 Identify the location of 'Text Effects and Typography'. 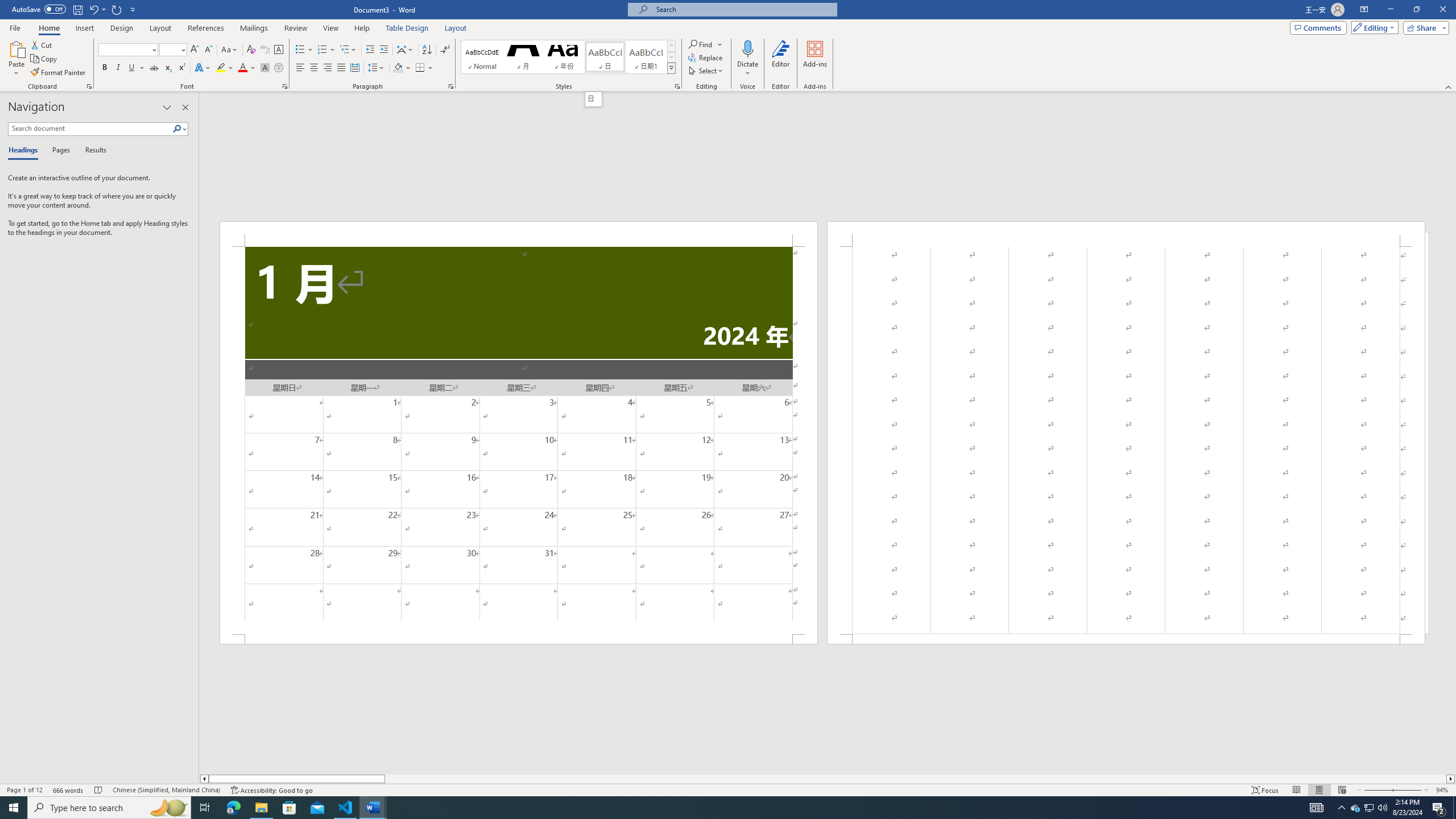
(201, 67).